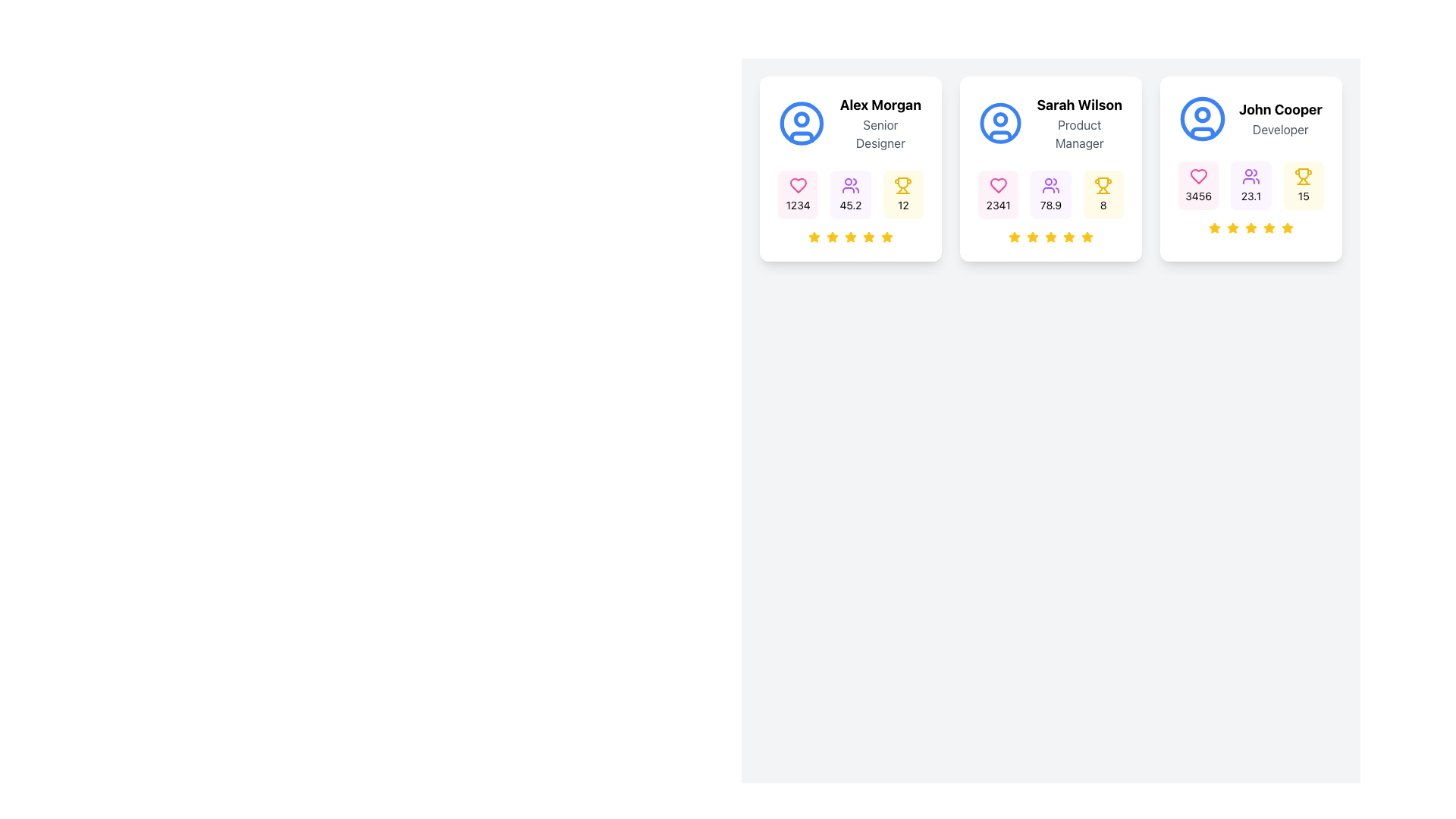 Image resolution: width=1456 pixels, height=819 pixels. Describe the element at coordinates (832, 237) in the screenshot. I see `the third star icon in the rating section of the first user profile card to modify its visibility` at that location.